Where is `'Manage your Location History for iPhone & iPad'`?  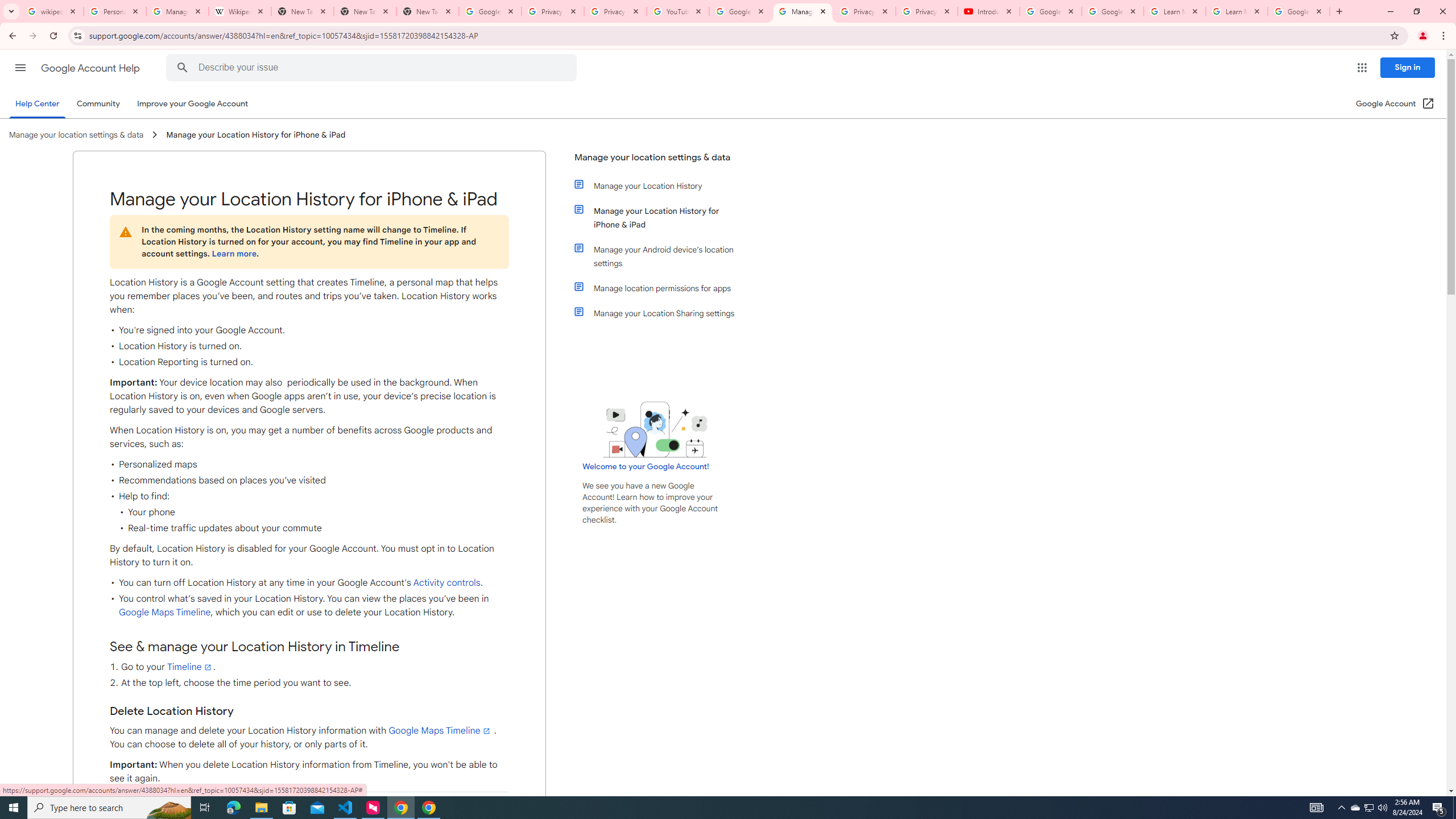 'Manage your Location History for iPhone & iPad' is located at coordinates (661, 217).